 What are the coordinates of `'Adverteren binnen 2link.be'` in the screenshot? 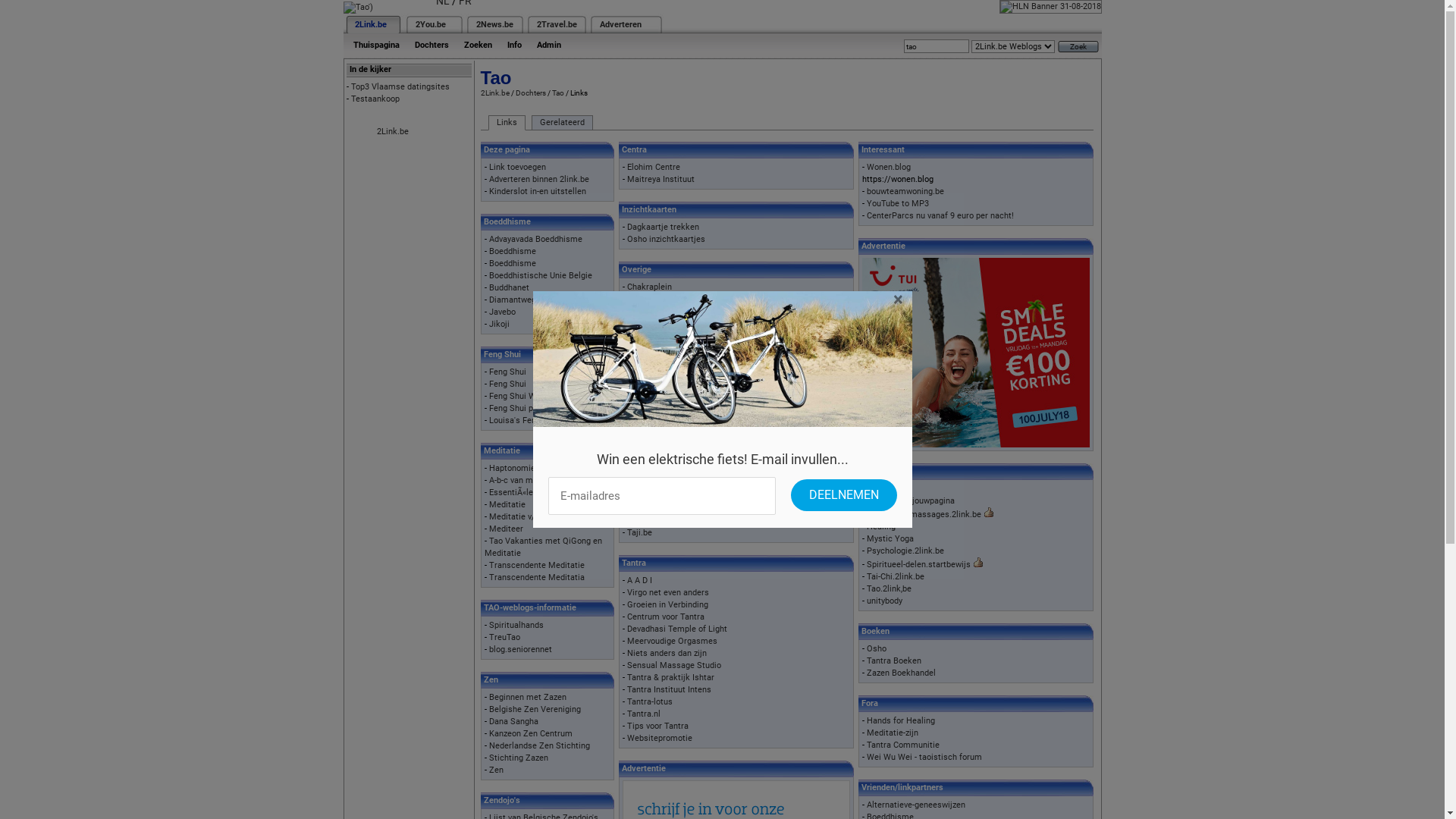 It's located at (538, 178).